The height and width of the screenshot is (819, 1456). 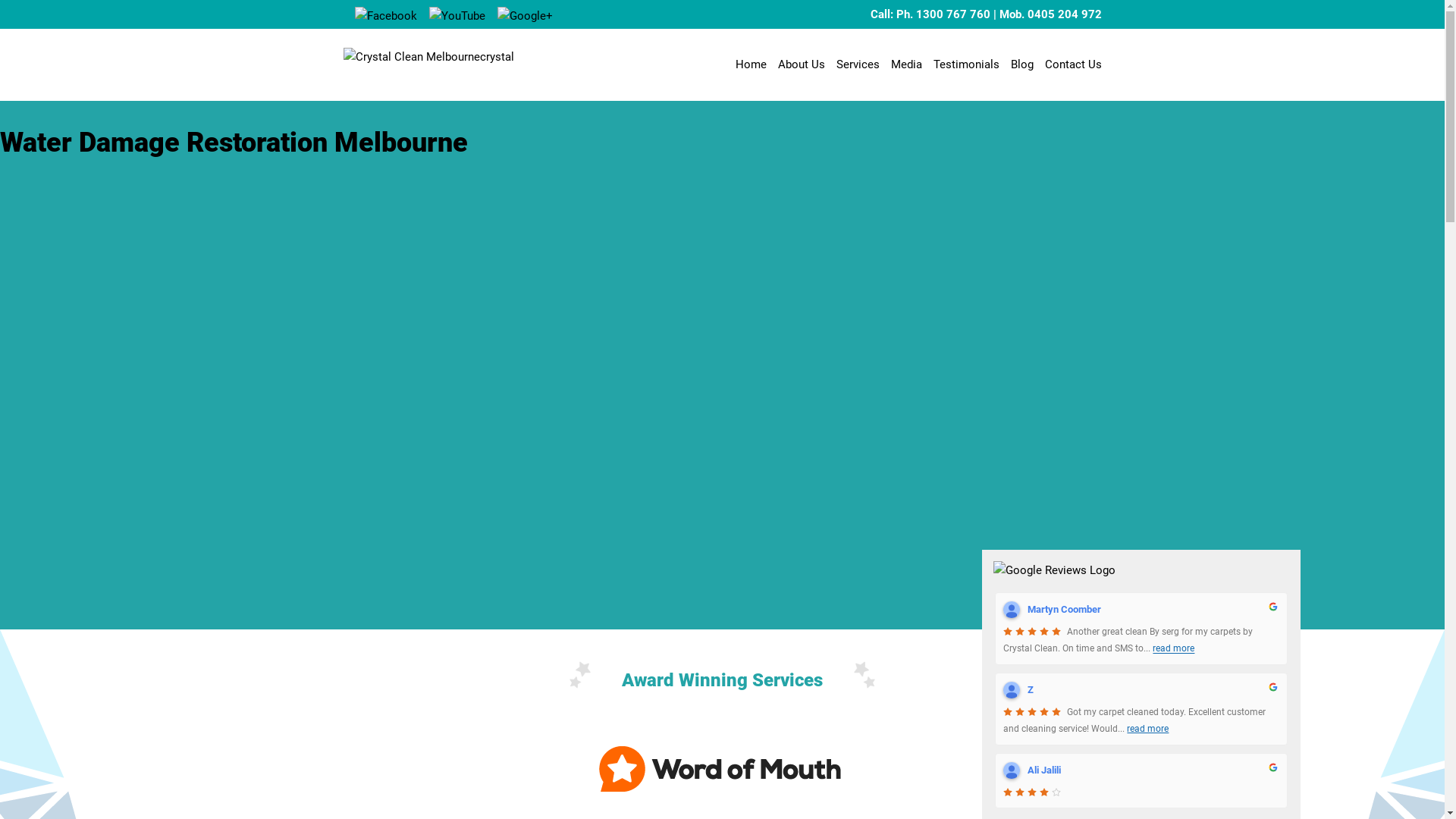 I want to click on '0405 204 972', so click(x=1026, y=14).